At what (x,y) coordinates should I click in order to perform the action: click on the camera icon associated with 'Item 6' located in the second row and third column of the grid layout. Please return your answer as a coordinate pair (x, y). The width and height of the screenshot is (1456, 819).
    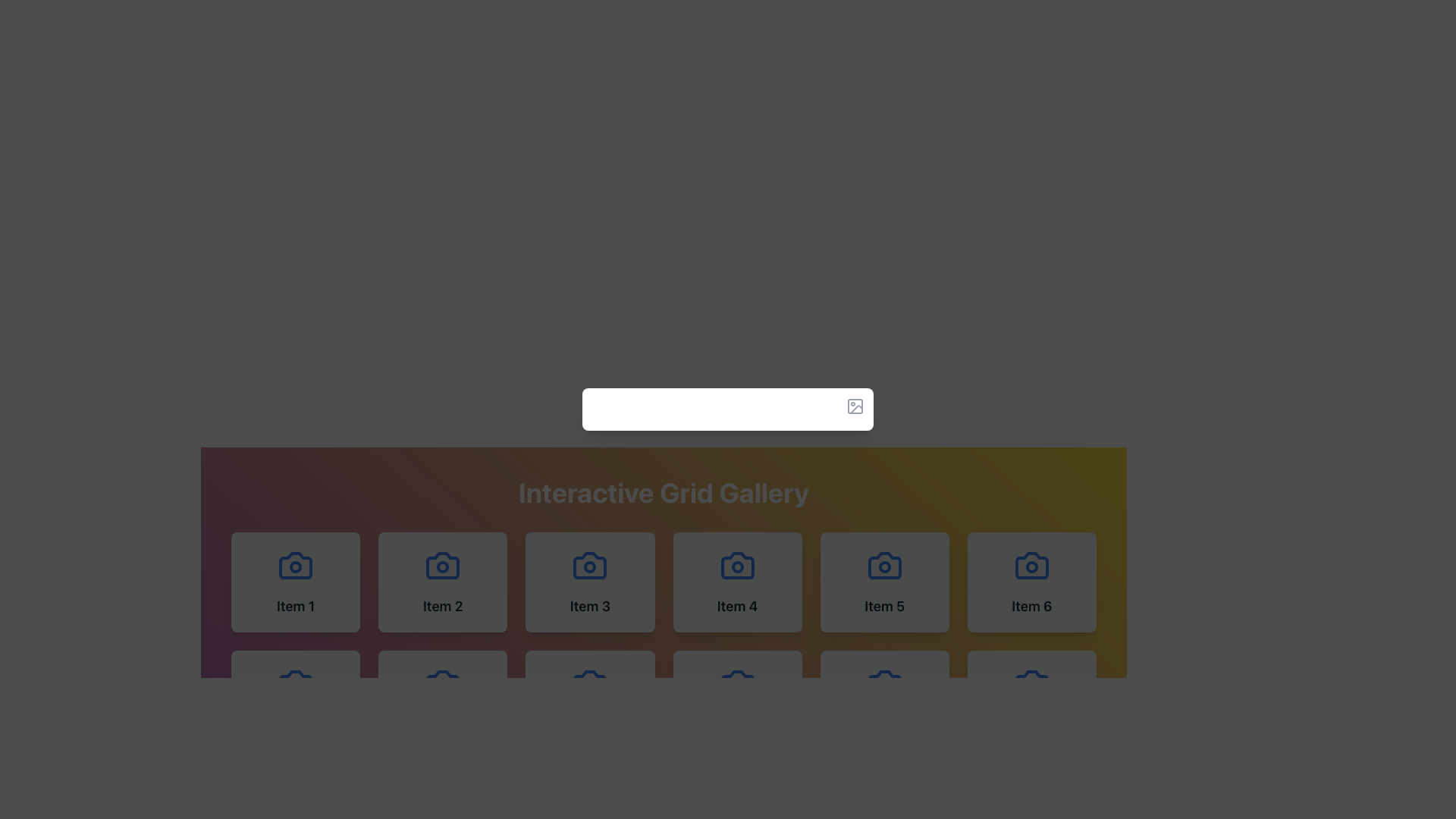
    Looking at the image, I should click on (1031, 565).